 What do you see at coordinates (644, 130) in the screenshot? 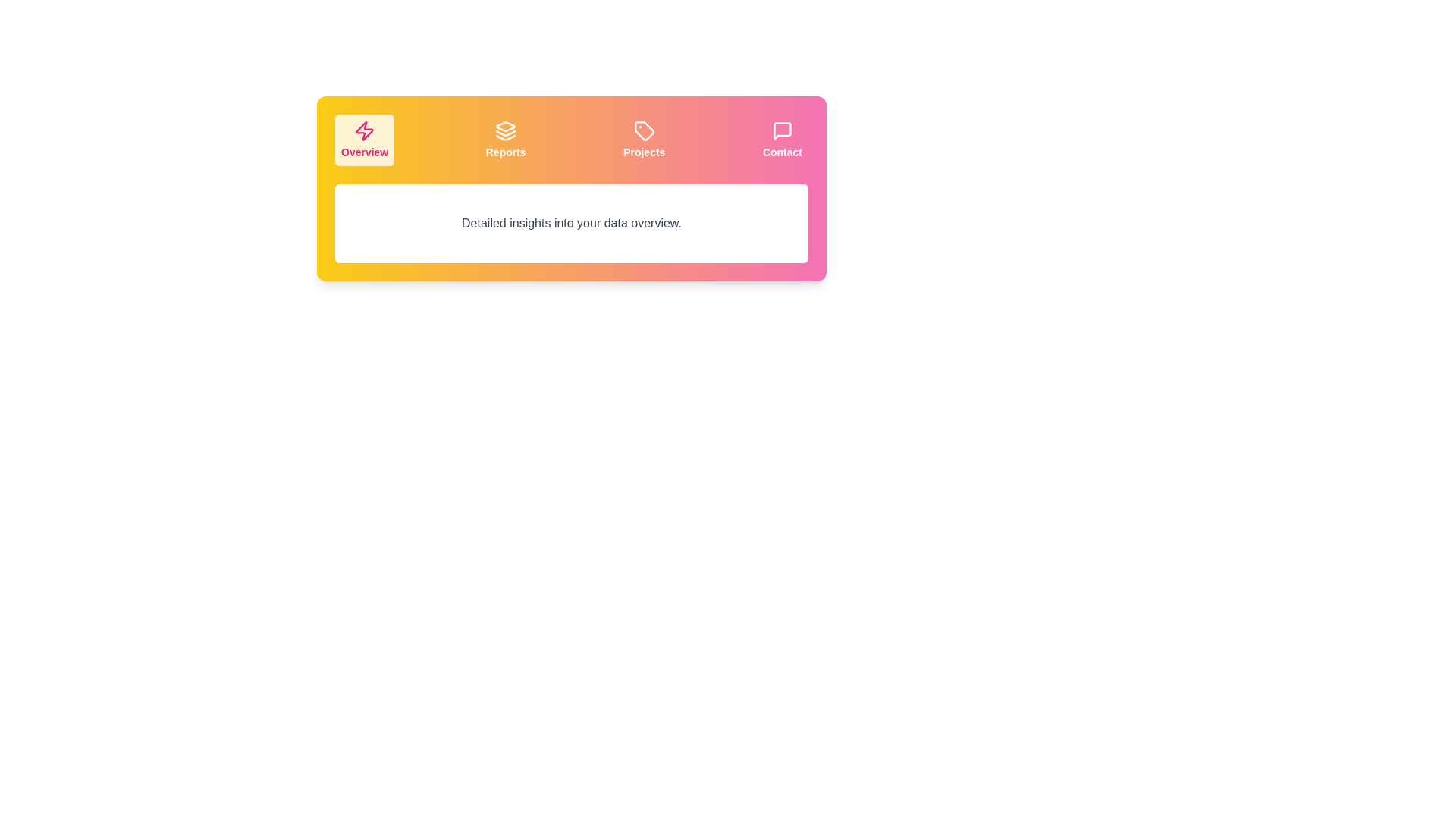
I see `the red price tag icon located in the navigation bar next to the 'Projects' label to interact with the Projects section` at bounding box center [644, 130].